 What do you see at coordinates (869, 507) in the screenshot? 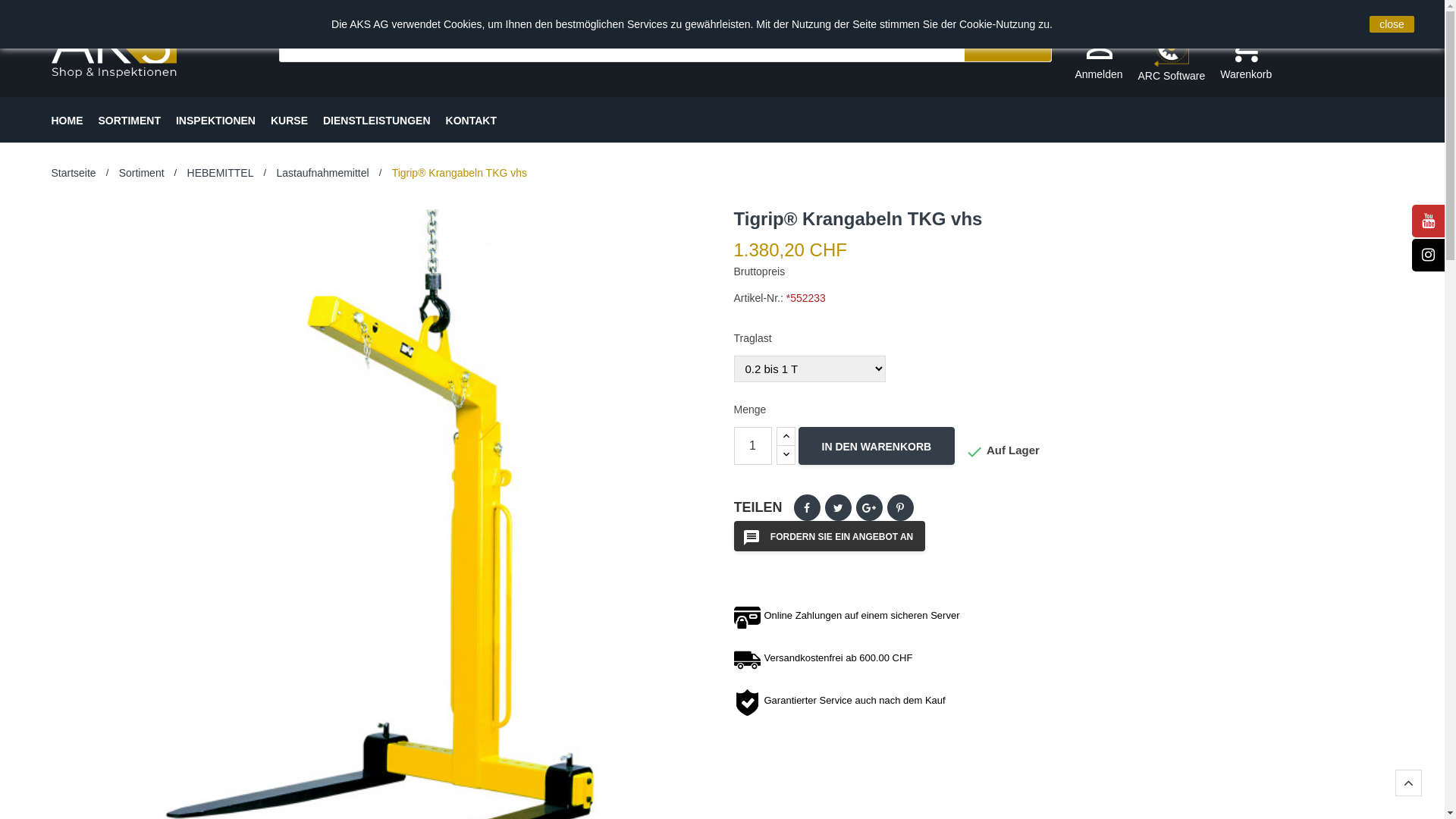
I see `'Google+'` at bounding box center [869, 507].